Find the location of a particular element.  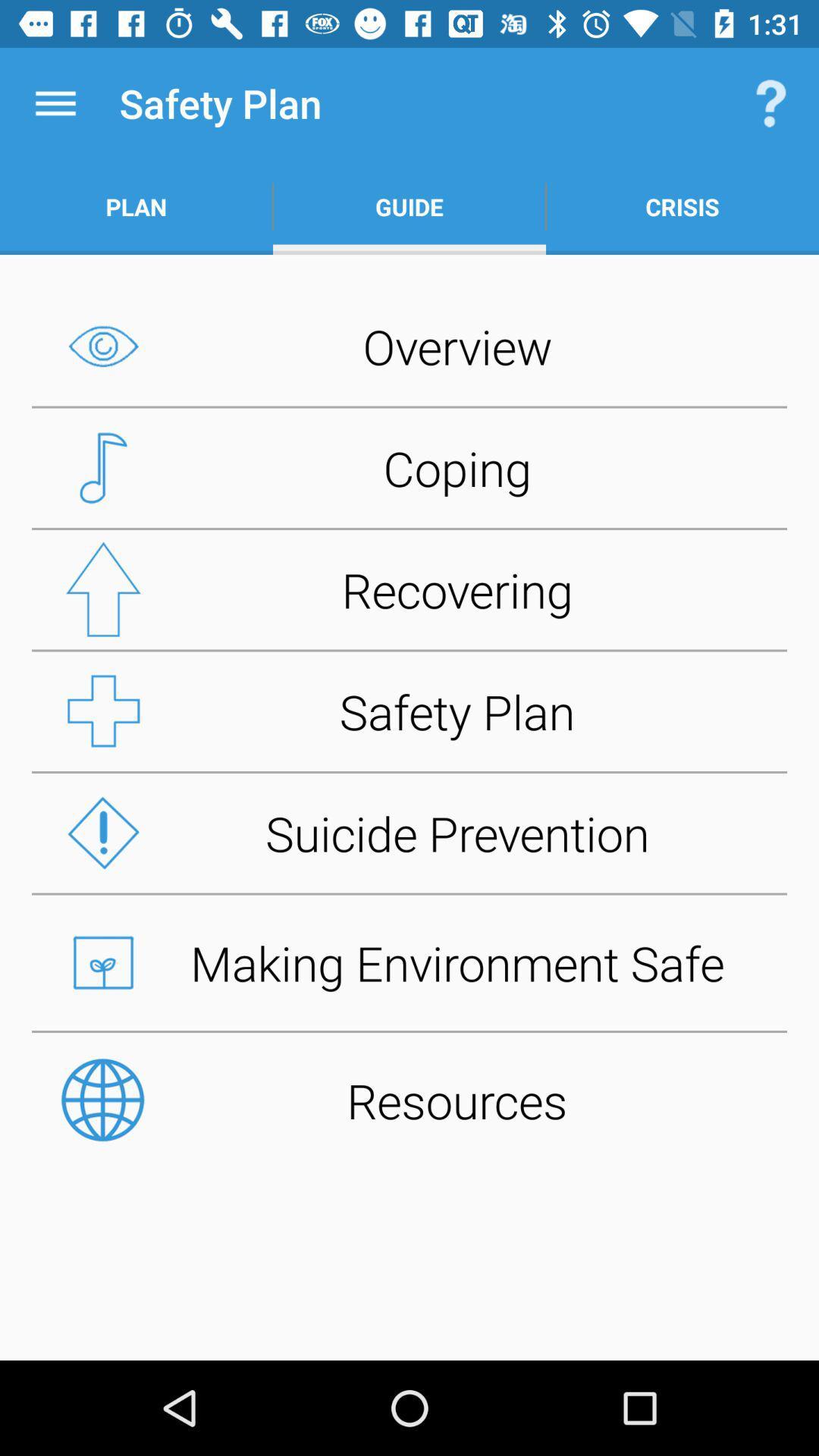

the app next to guide app is located at coordinates (771, 102).